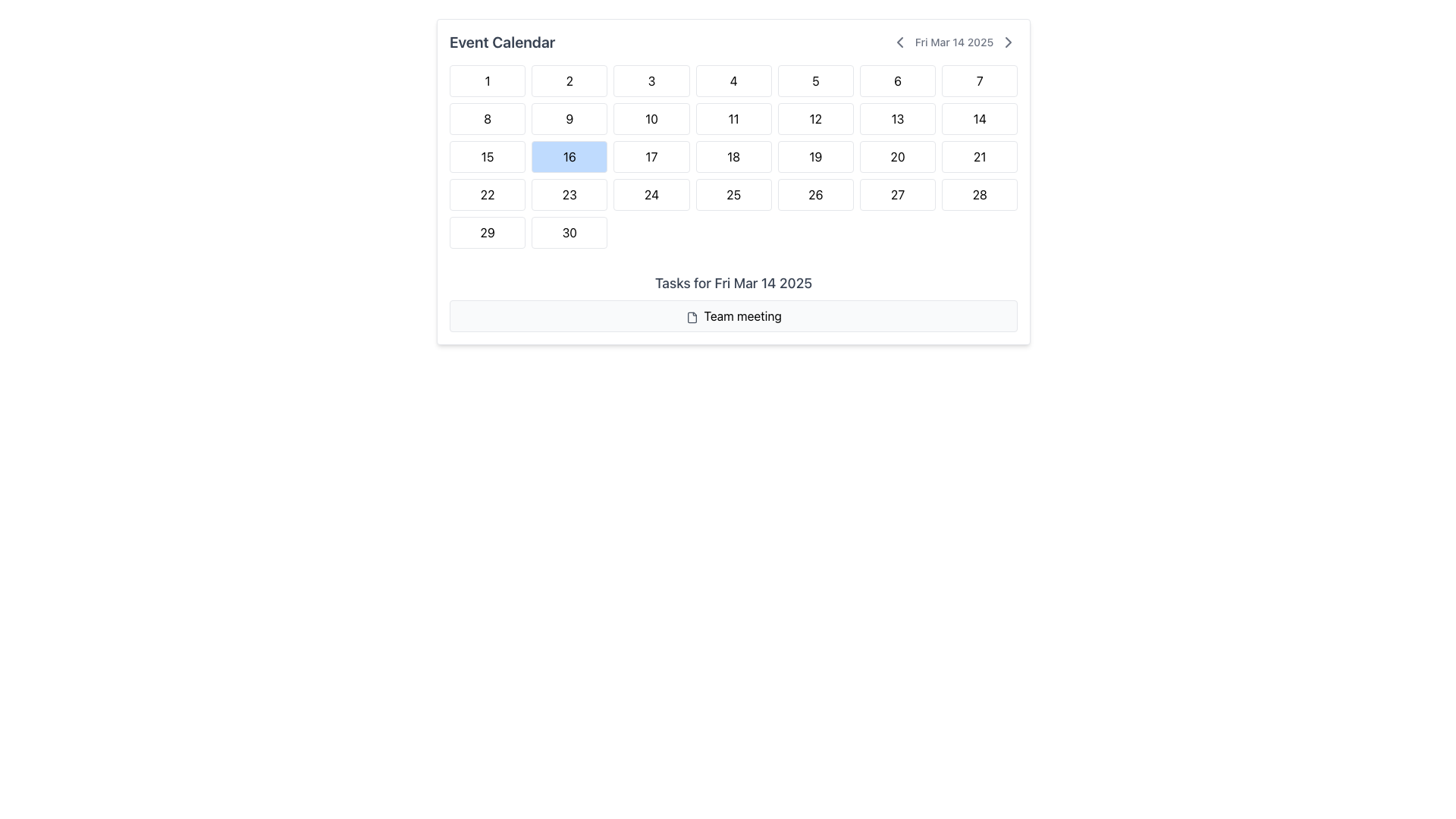 This screenshot has height=819, width=1456. What do you see at coordinates (733, 180) in the screenshot?
I see `keyboard navigation` at bounding box center [733, 180].